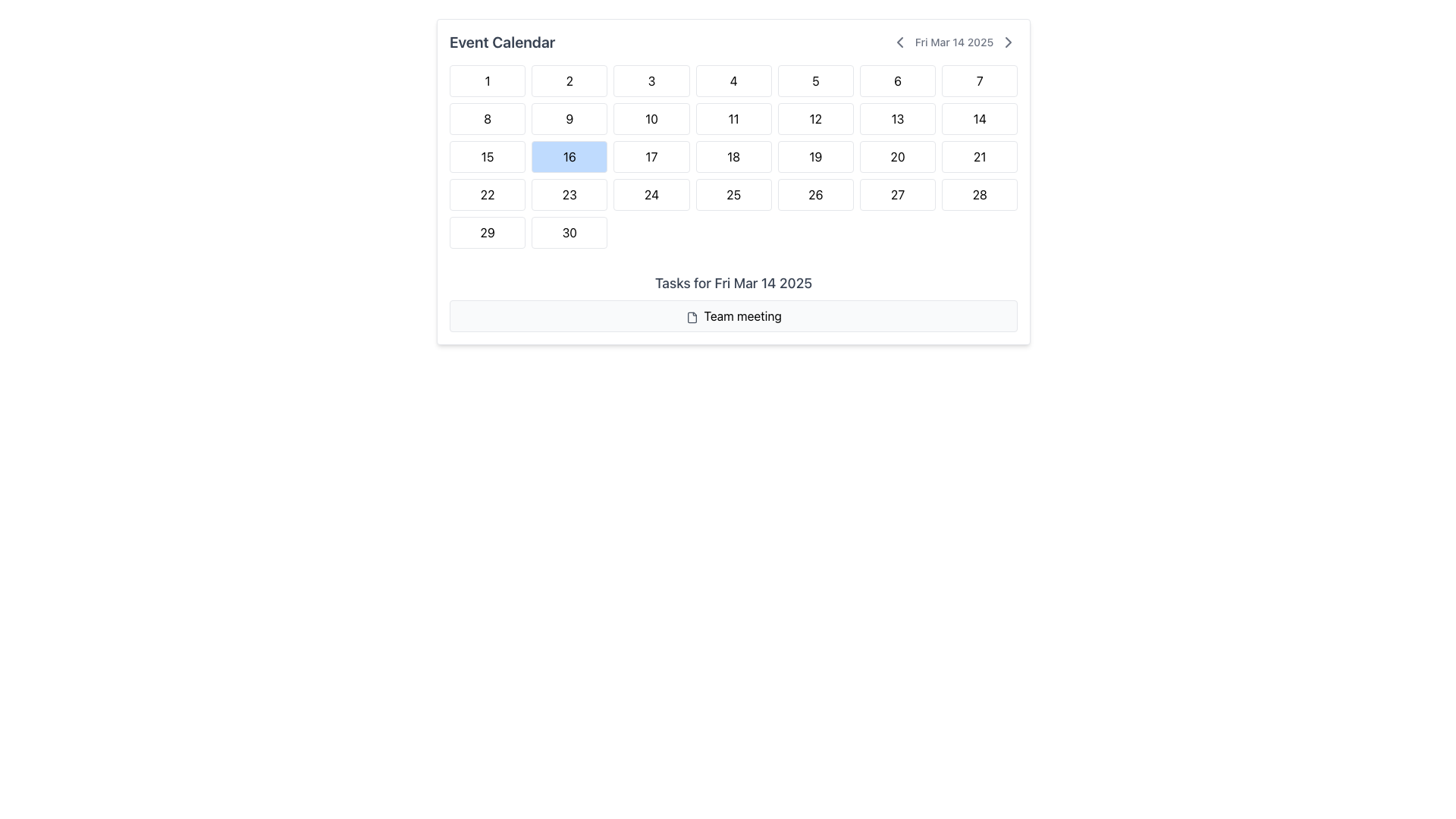 This screenshot has height=819, width=1456. What do you see at coordinates (733, 180) in the screenshot?
I see `keyboard navigation` at bounding box center [733, 180].